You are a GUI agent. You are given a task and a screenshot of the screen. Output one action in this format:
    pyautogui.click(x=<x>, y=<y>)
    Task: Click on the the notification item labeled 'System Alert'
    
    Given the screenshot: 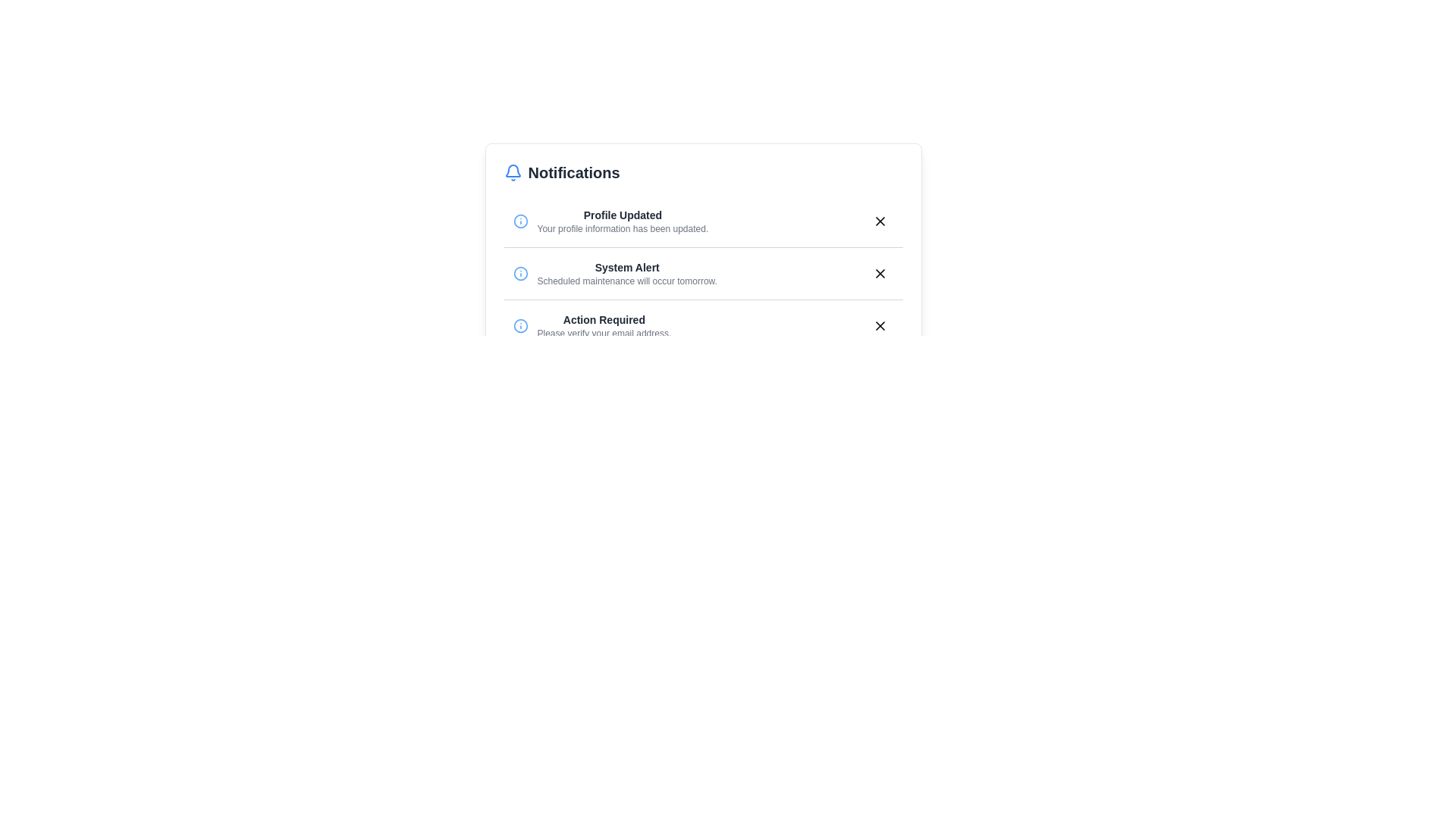 What is the action you would take?
    pyautogui.click(x=702, y=273)
    